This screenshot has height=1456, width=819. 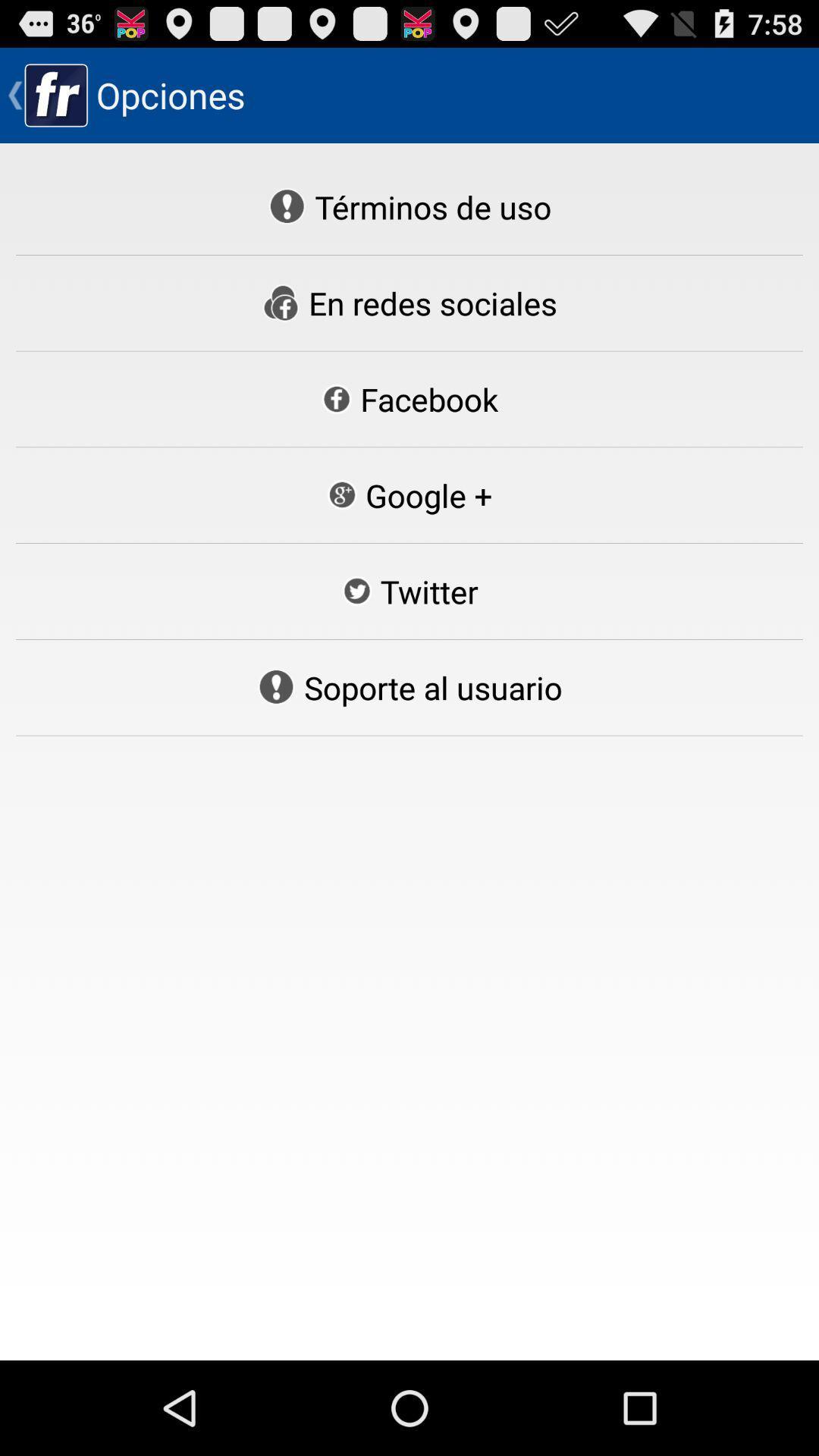 I want to click on the en redes sociales, so click(x=408, y=303).